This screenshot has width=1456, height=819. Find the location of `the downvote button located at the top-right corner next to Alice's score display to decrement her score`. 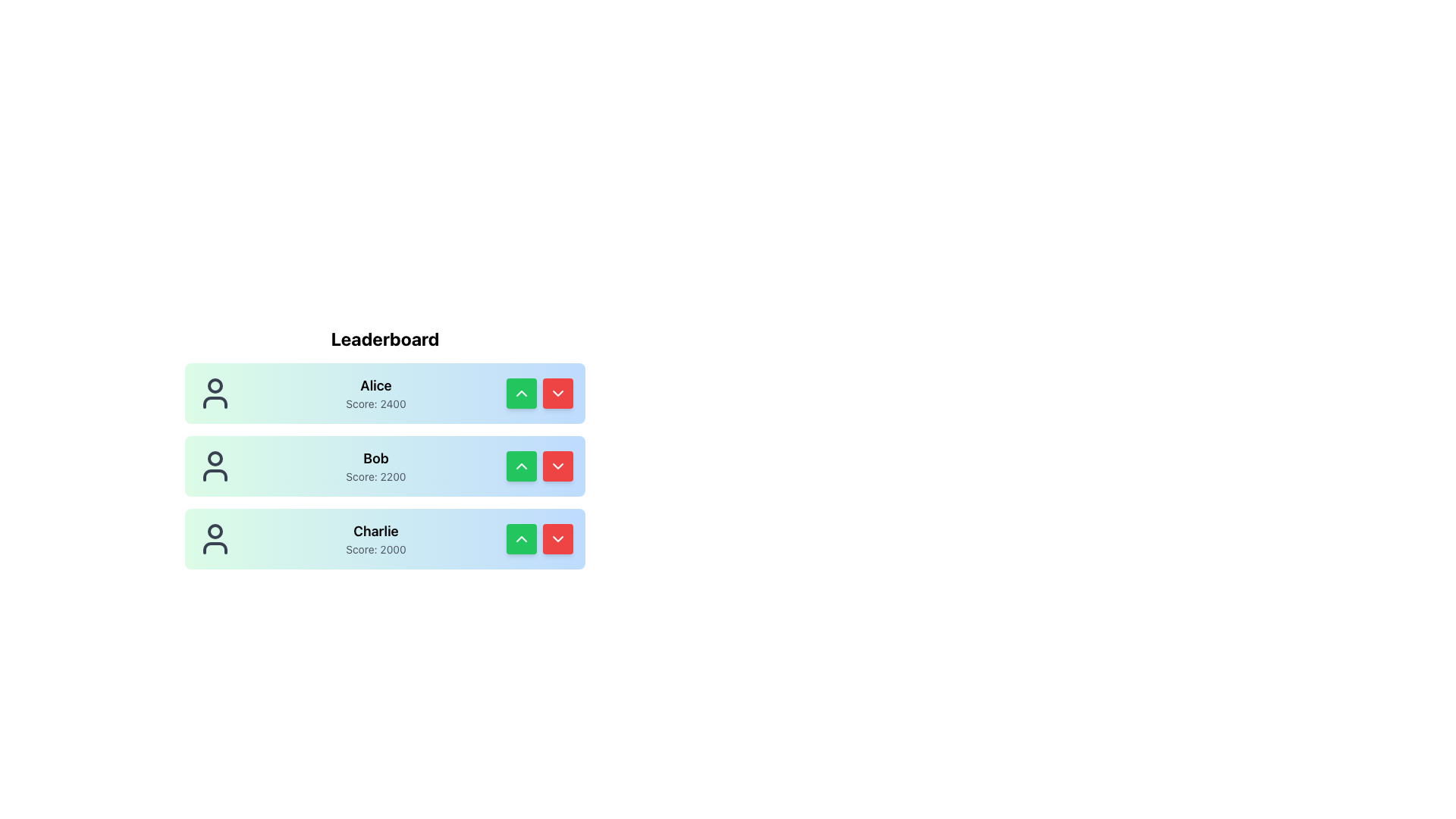

the downvote button located at the top-right corner next to Alice's score display to decrement her score is located at coordinates (557, 393).